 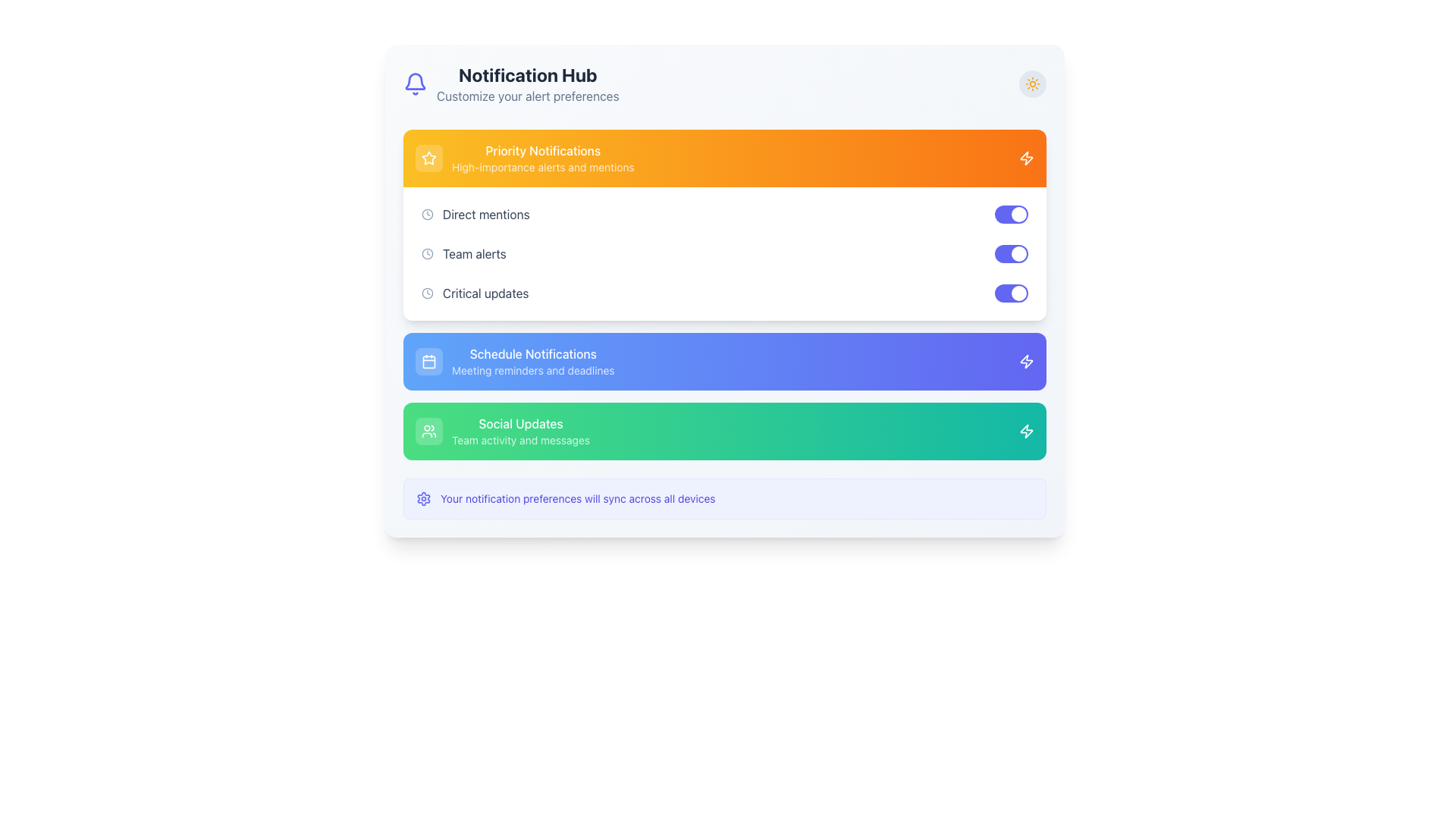 What do you see at coordinates (485, 293) in the screenshot?
I see `the 'Critical updates' text label` at bounding box center [485, 293].